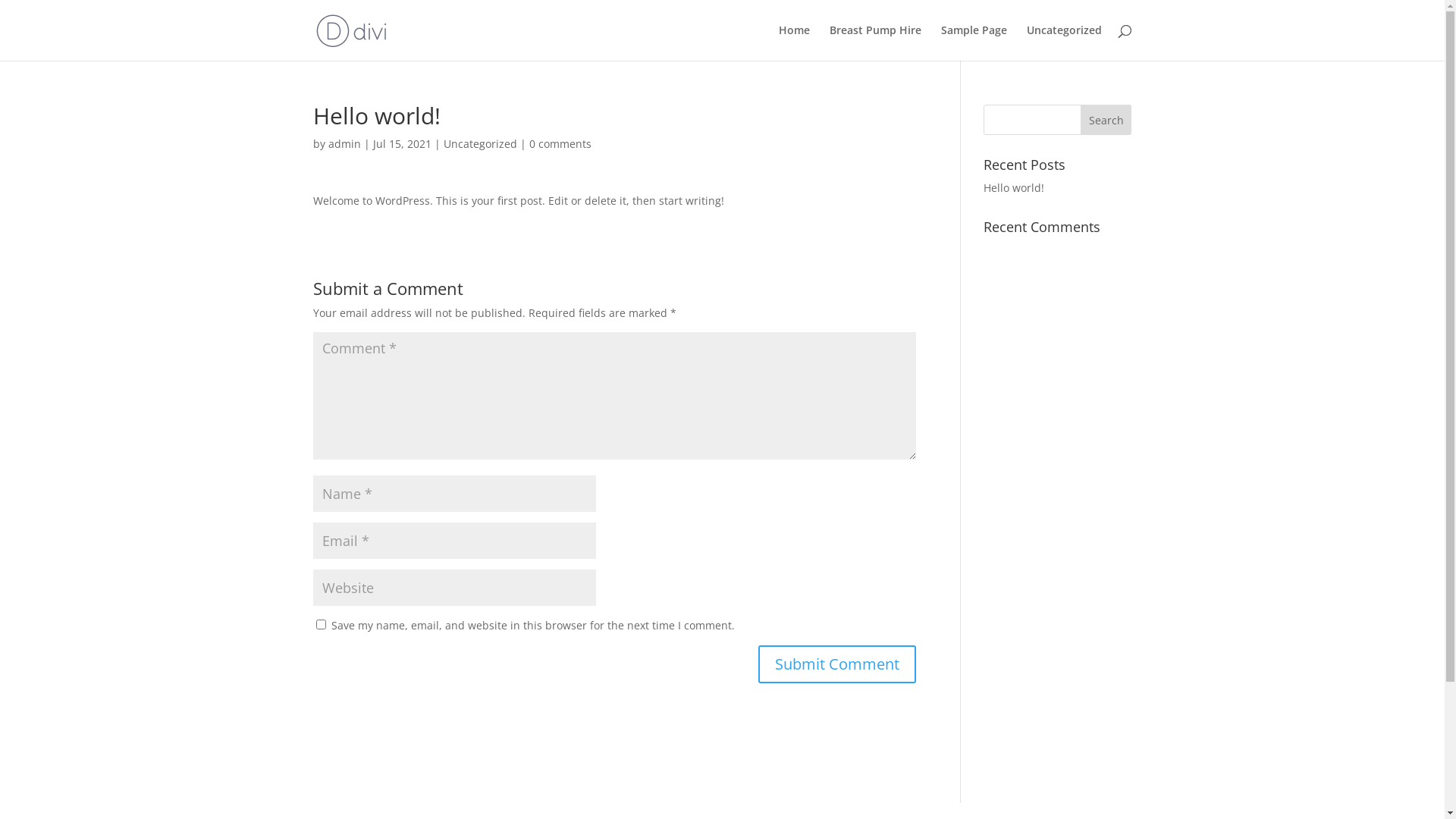  I want to click on 'Breast Pump Hire', so click(875, 42).